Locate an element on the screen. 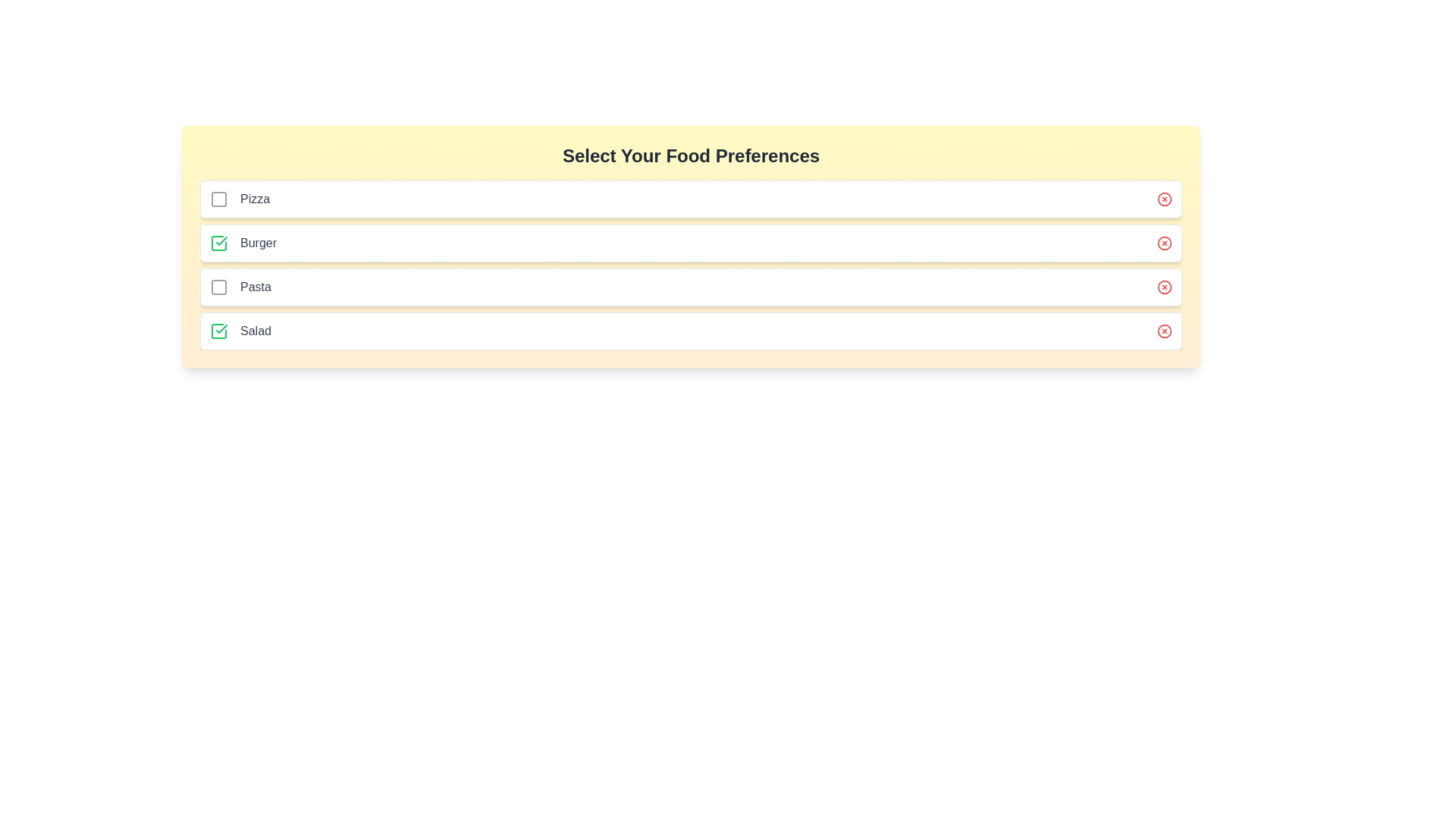  the checkbox for the 'Pasta' food preference located at the third position in the vertical list of food options is located at coordinates (218, 287).